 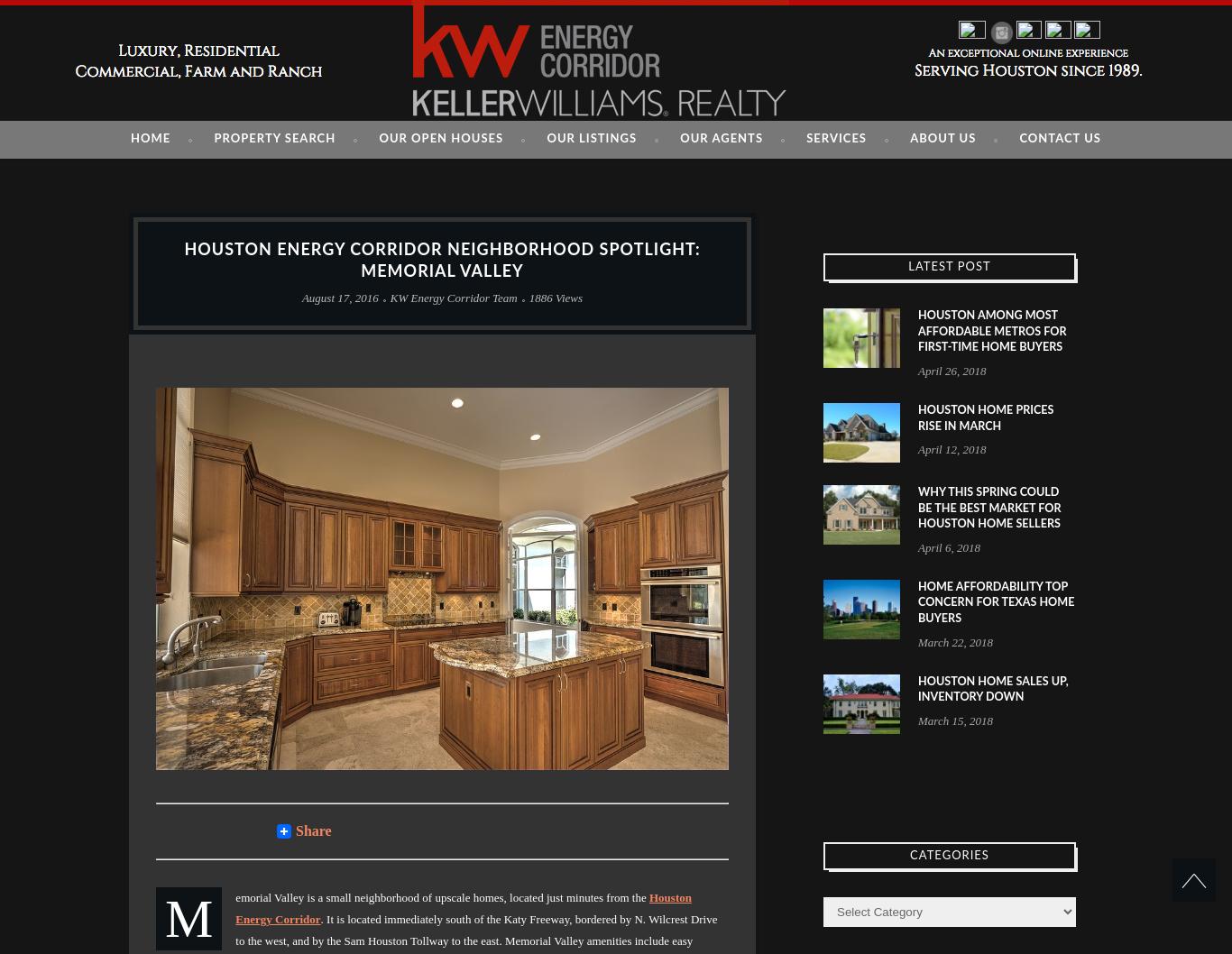 What do you see at coordinates (441, 138) in the screenshot?
I see `'OUR OPEN HOUSES'` at bounding box center [441, 138].